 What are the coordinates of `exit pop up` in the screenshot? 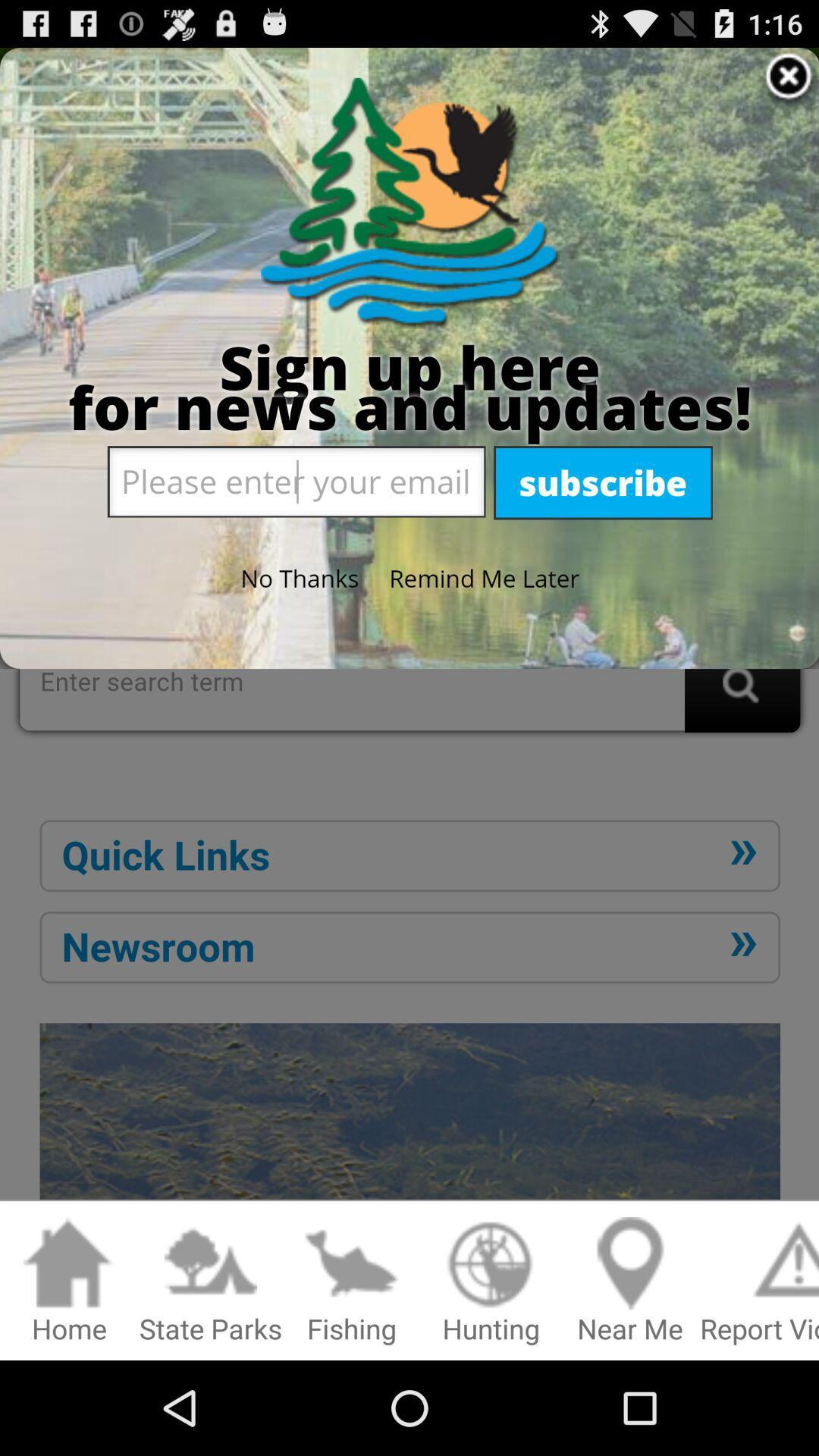 It's located at (409, 629).